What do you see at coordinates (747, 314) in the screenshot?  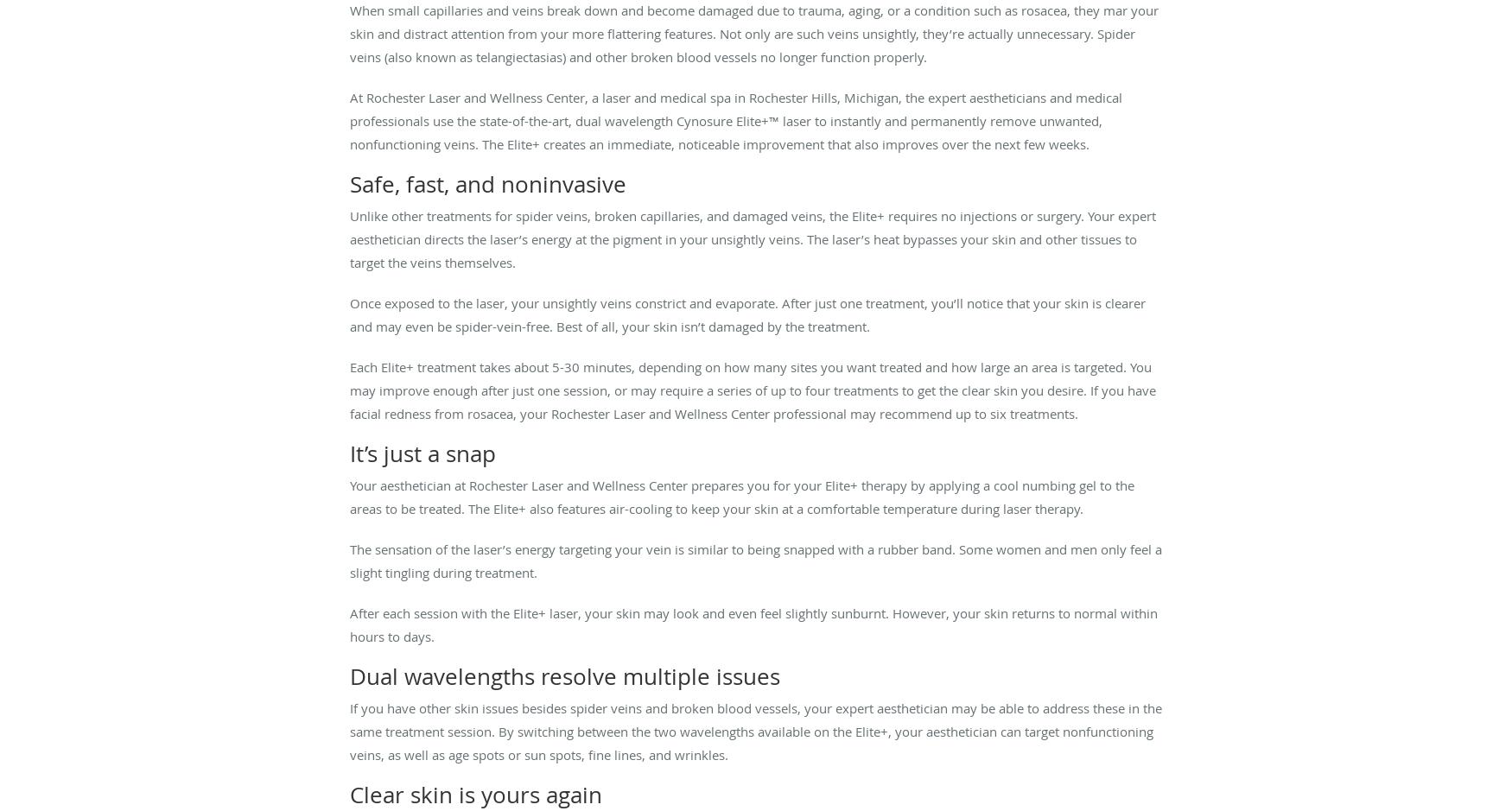 I see `'Once exposed to the laser, your unsightly veins constrict and evaporate. After just one treatment, you’ll notice that your skin is clearer and may even be spider-vein-free. Best of all, your skin isn’t damaged by the treatment.'` at bounding box center [747, 314].